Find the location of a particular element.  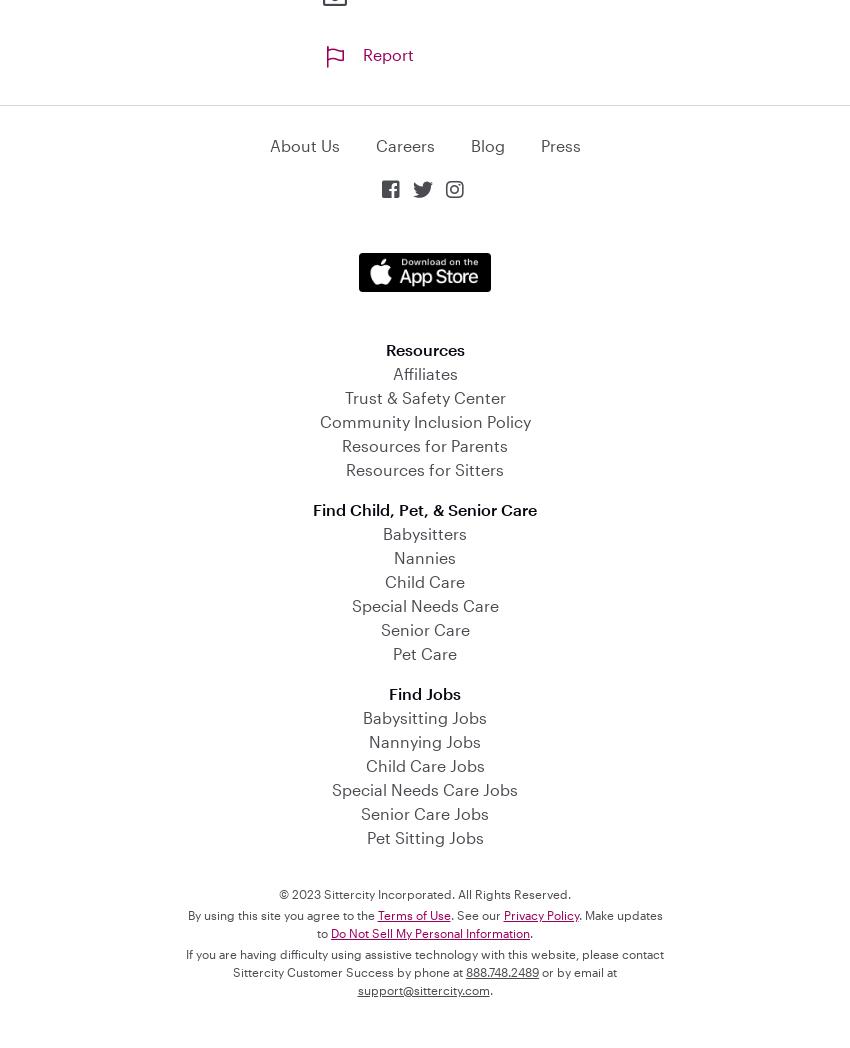

'or by email at' is located at coordinates (578, 969).